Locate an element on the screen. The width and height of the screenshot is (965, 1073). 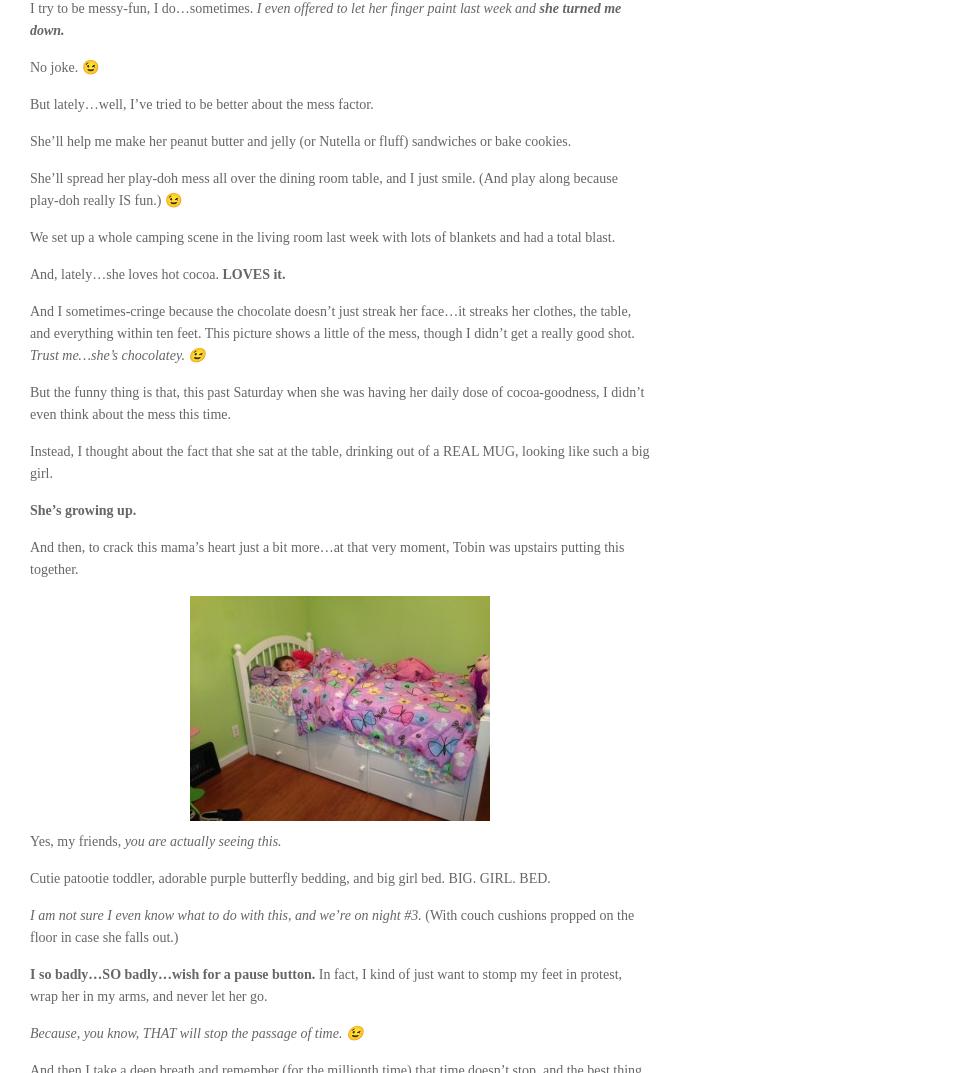
'But lately…well, I’ve tried to be better about the mess factor.' is located at coordinates (201, 104).